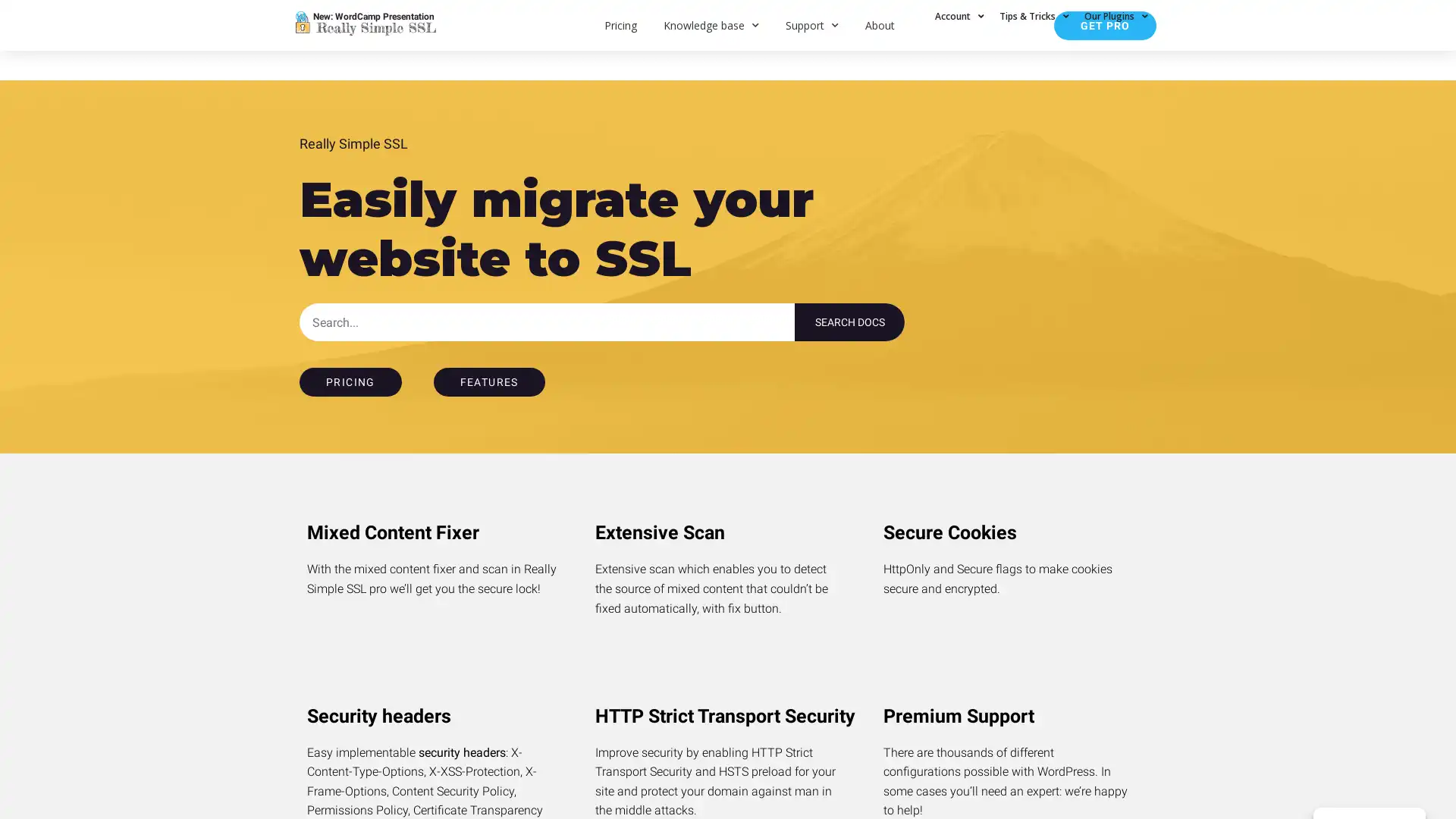 This screenshot has width=1456, height=819. I want to click on GET PRO, so click(1105, 25).